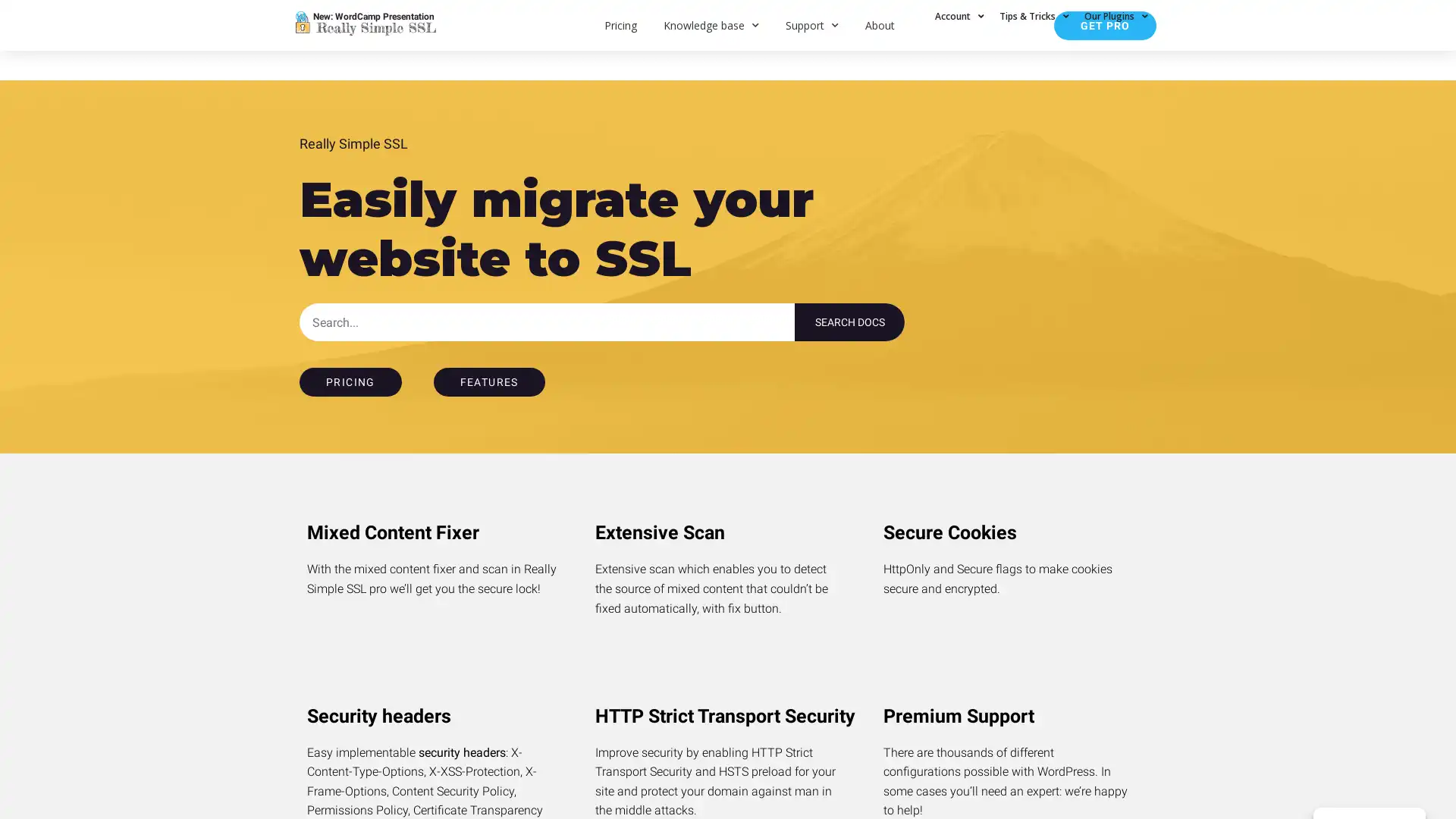 This screenshot has width=1456, height=819. I want to click on GET PRO, so click(1105, 25).